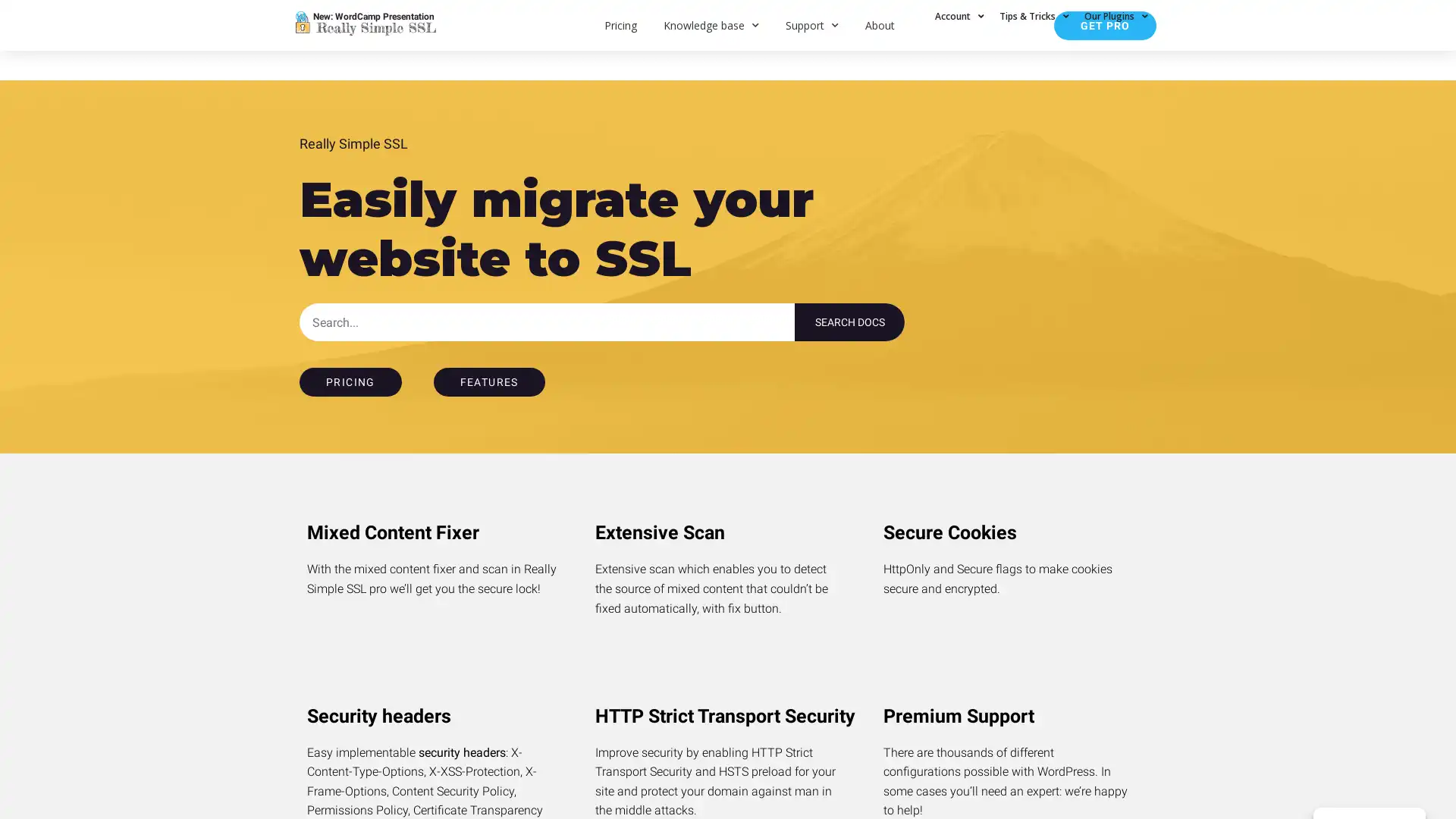 This screenshot has width=1456, height=819. I want to click on GET PRO, so click(1105, 25).